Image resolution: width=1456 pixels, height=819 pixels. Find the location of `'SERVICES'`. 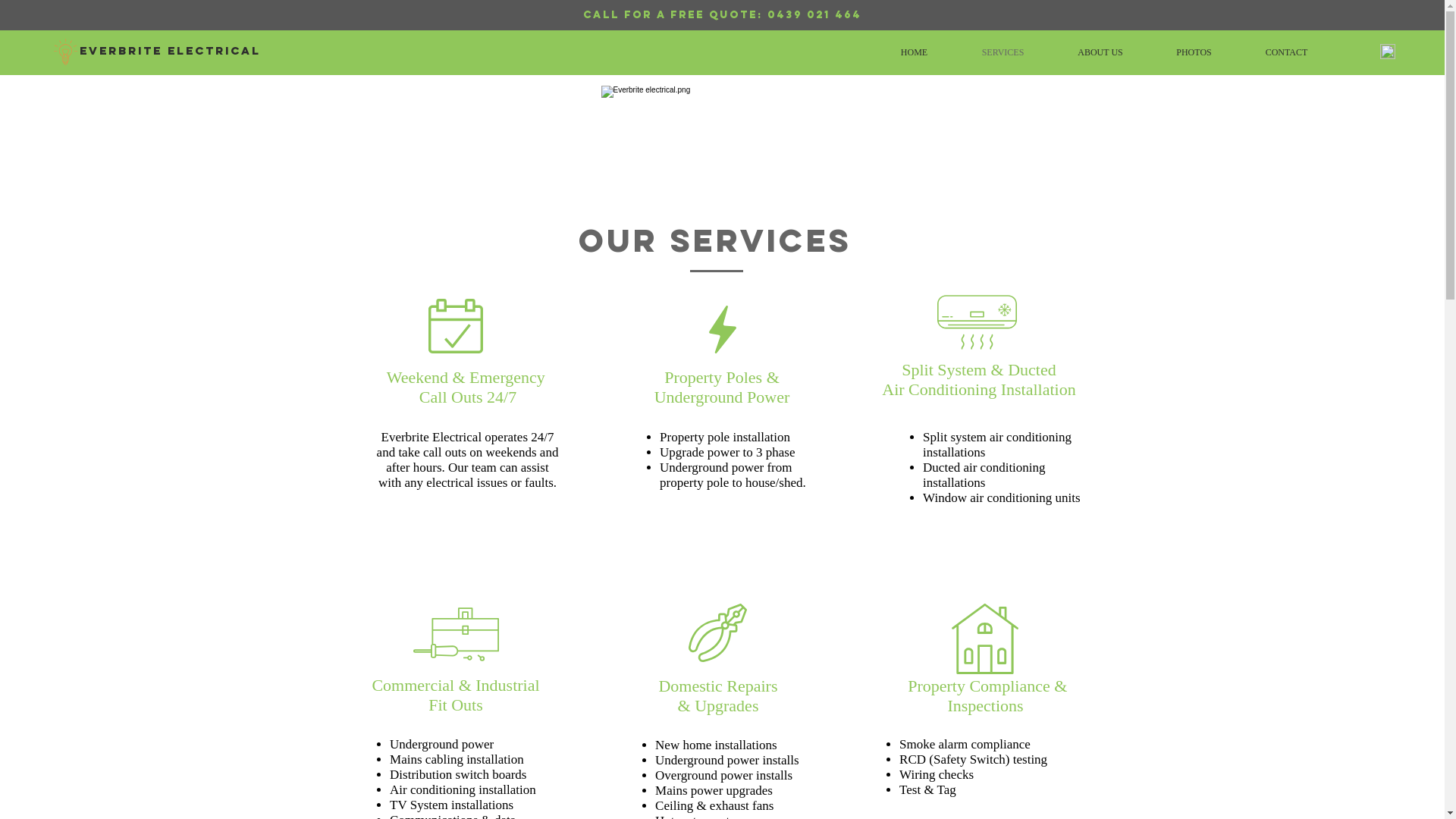

'SERVICES' is located at coordinates (1003, 52).